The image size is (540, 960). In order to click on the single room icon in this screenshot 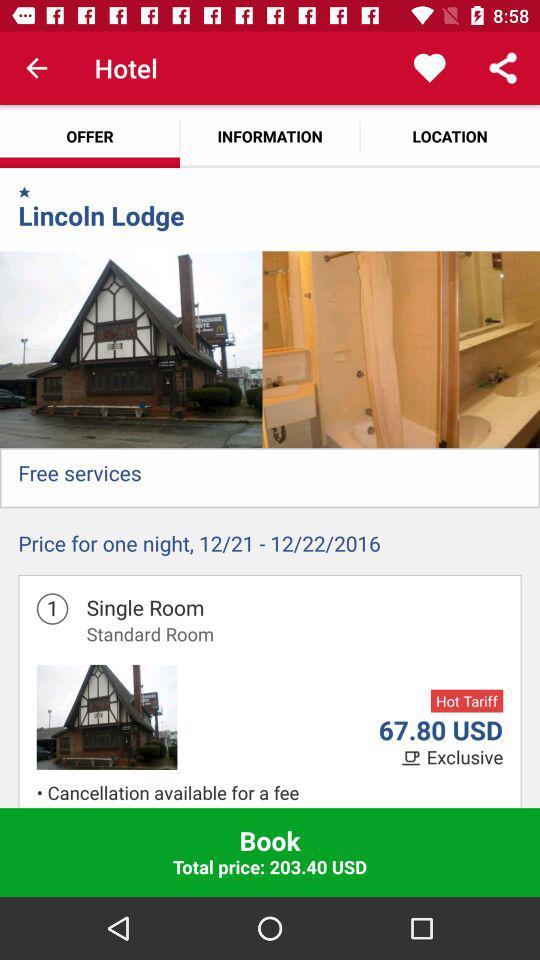, I will do `click(144, 606)`.